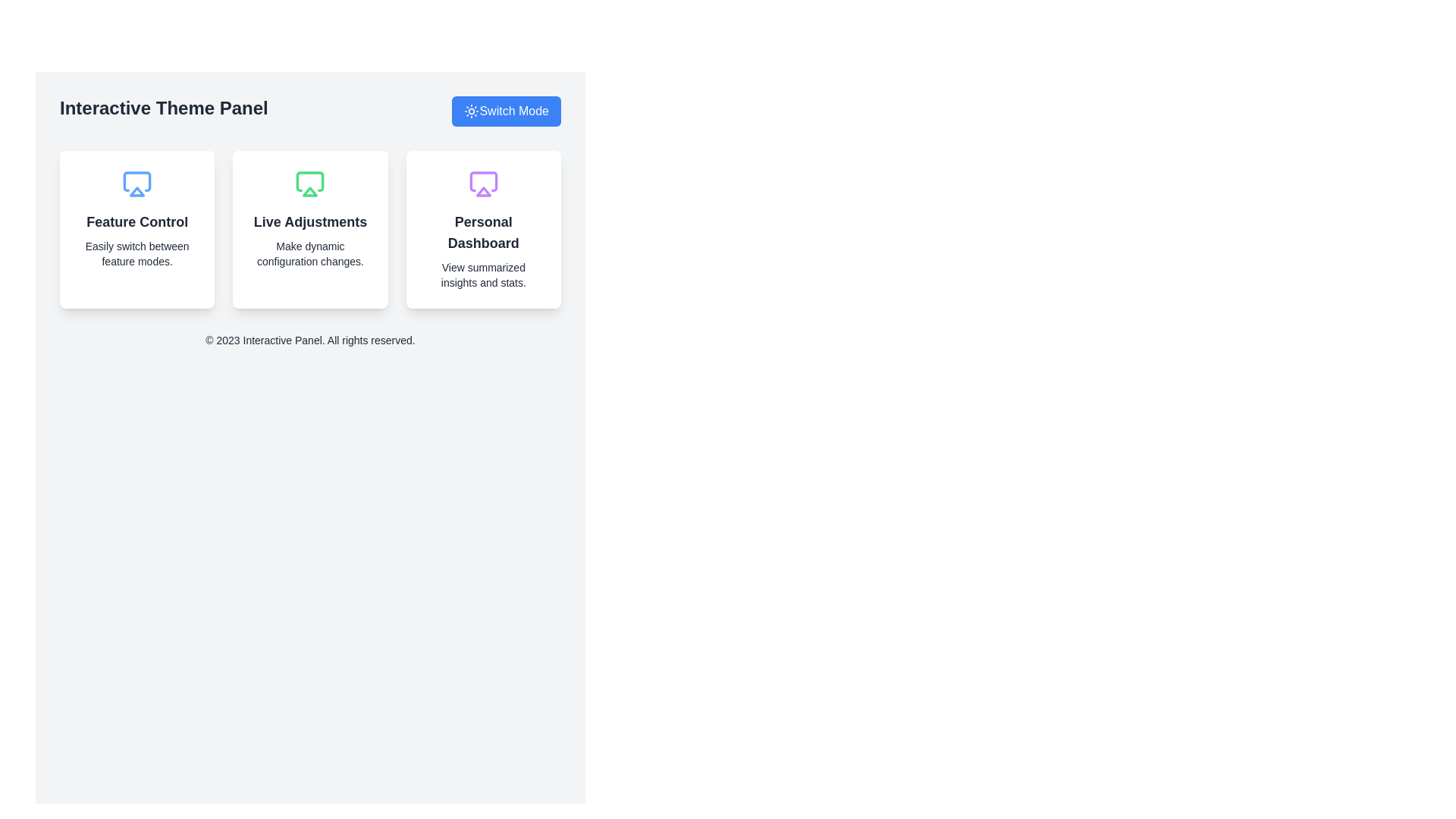  I want to click on the triangular-shaped SVG icon, which is positioned inside a green rectangle and represents a play or display functionality in the interface, so click(309, 191).